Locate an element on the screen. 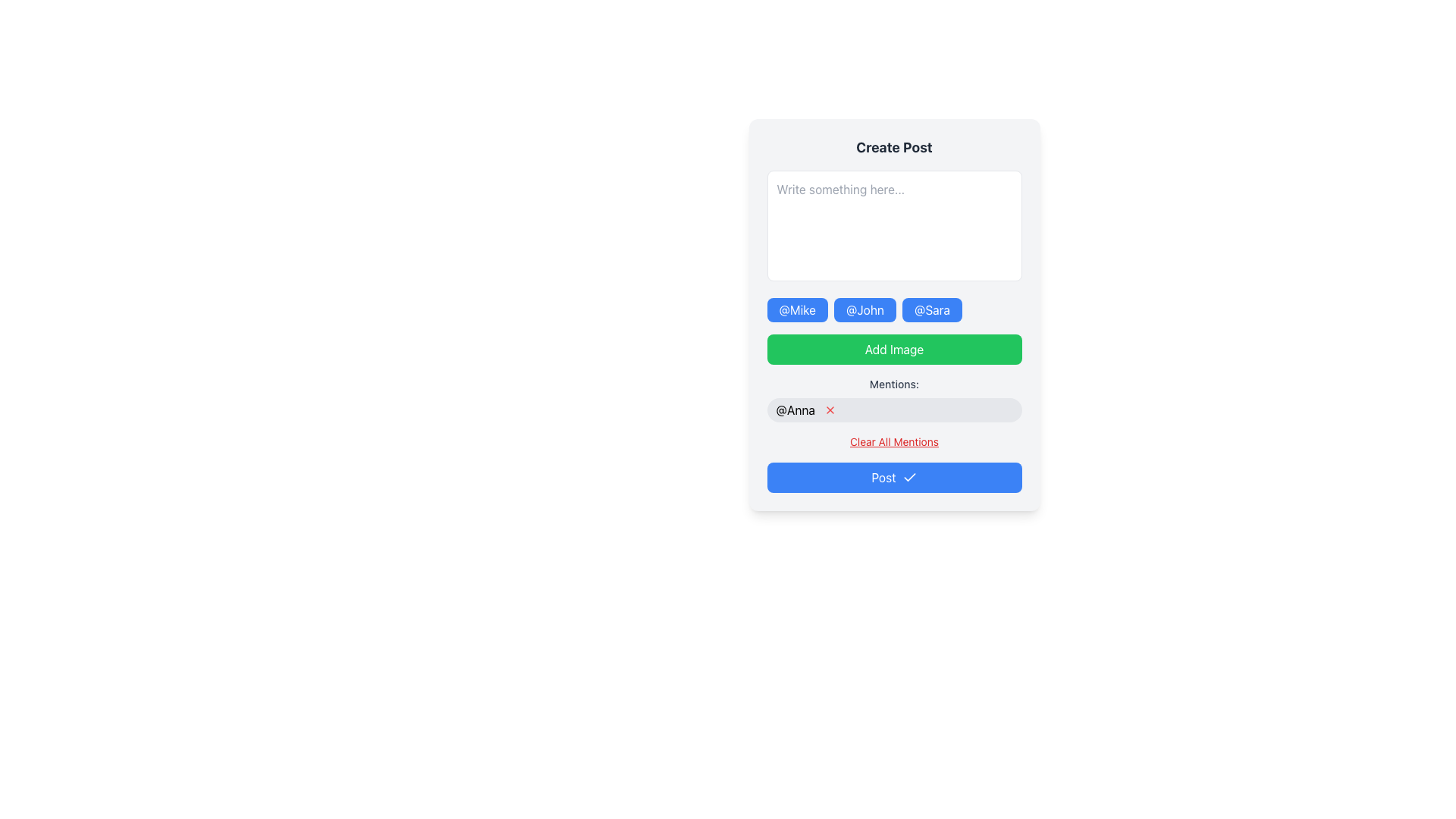 Image resolution: width=1456 pixels, height=819 pixels. the small SVG-based checkmark icon located beneath the 'Mentions:' label, adjacent to the '@Anna' mention is located at coordinates (909, 476).